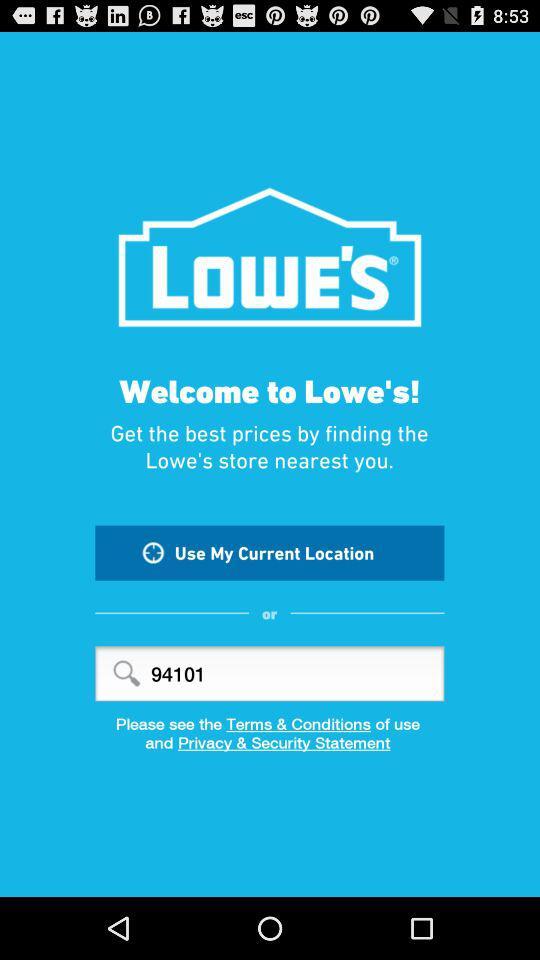 The image size is (540, 960). What do you see at coordinates (270, 722) in the screenshot?
I see `the please see the icon` at bounding box center [270, 722].